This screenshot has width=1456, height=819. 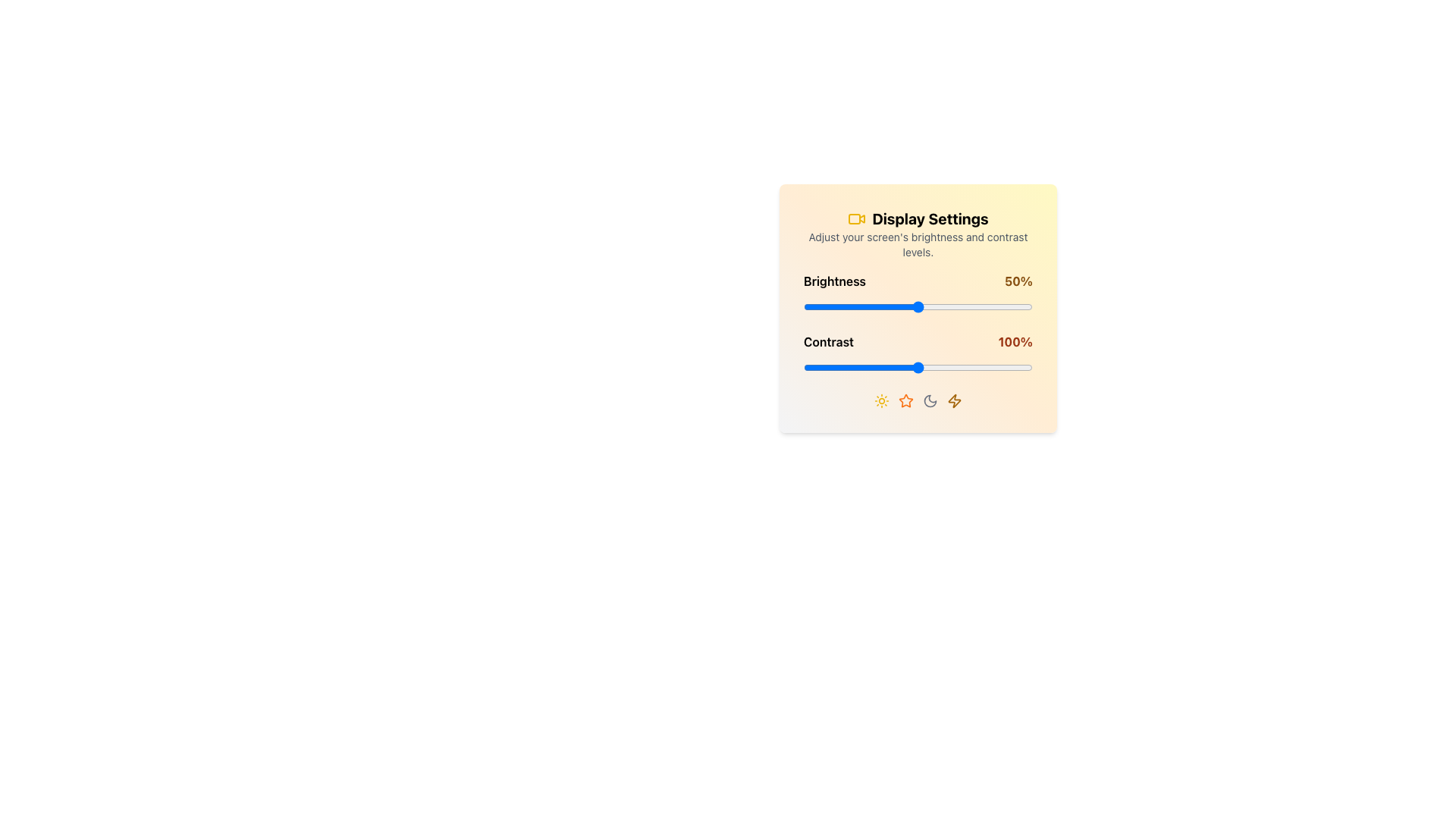 What do you see at coordinates (953, 400) in the screenshot?
I see `the lightning bolt icon located at the rightmost end of the row of five icons in the 'Display Settings' card` at bounding box center [953, 400].